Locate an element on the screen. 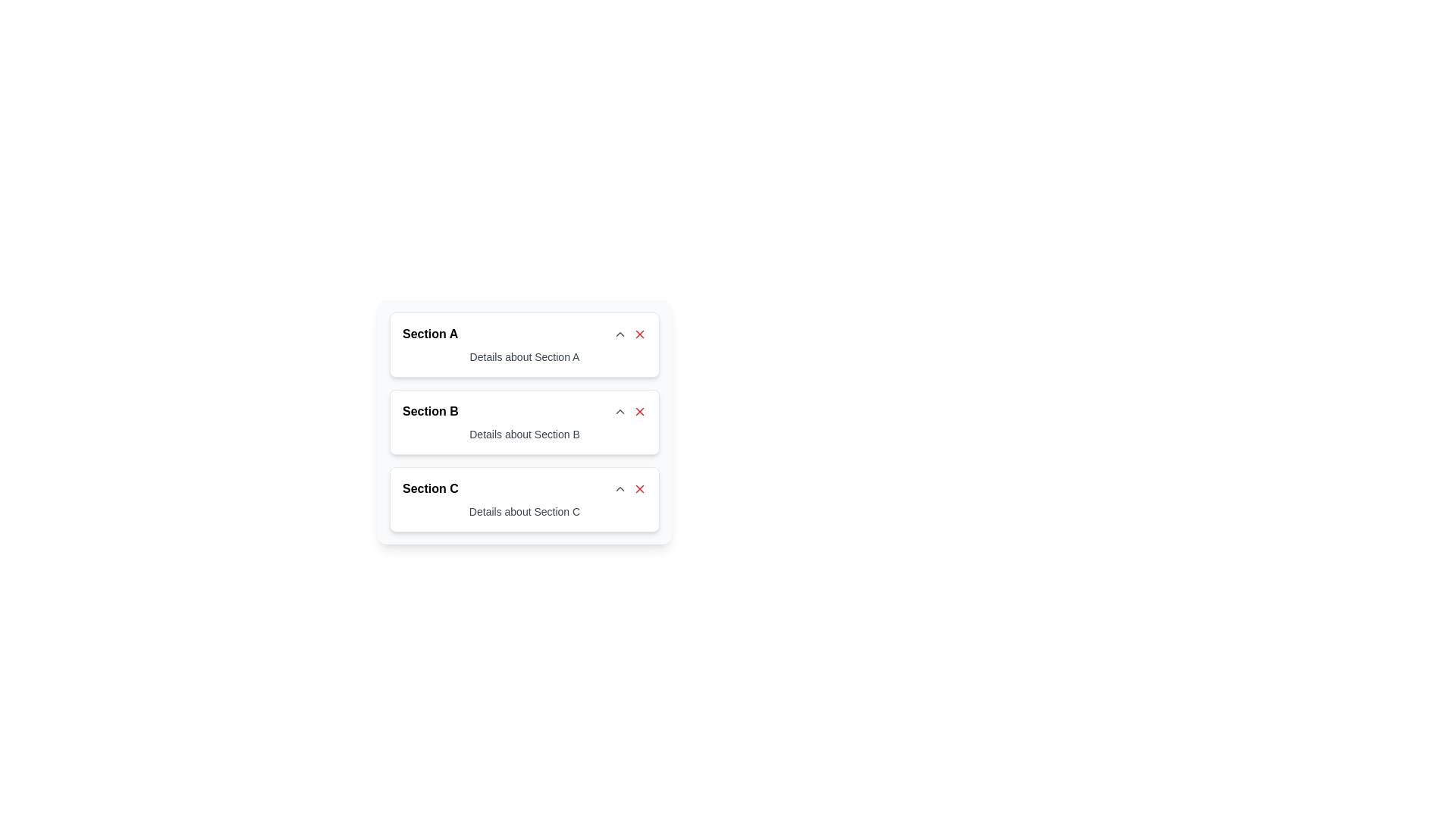  the red 'X' close button located in the top-right corner of 'Section B' is located at coordinates (640, 412).